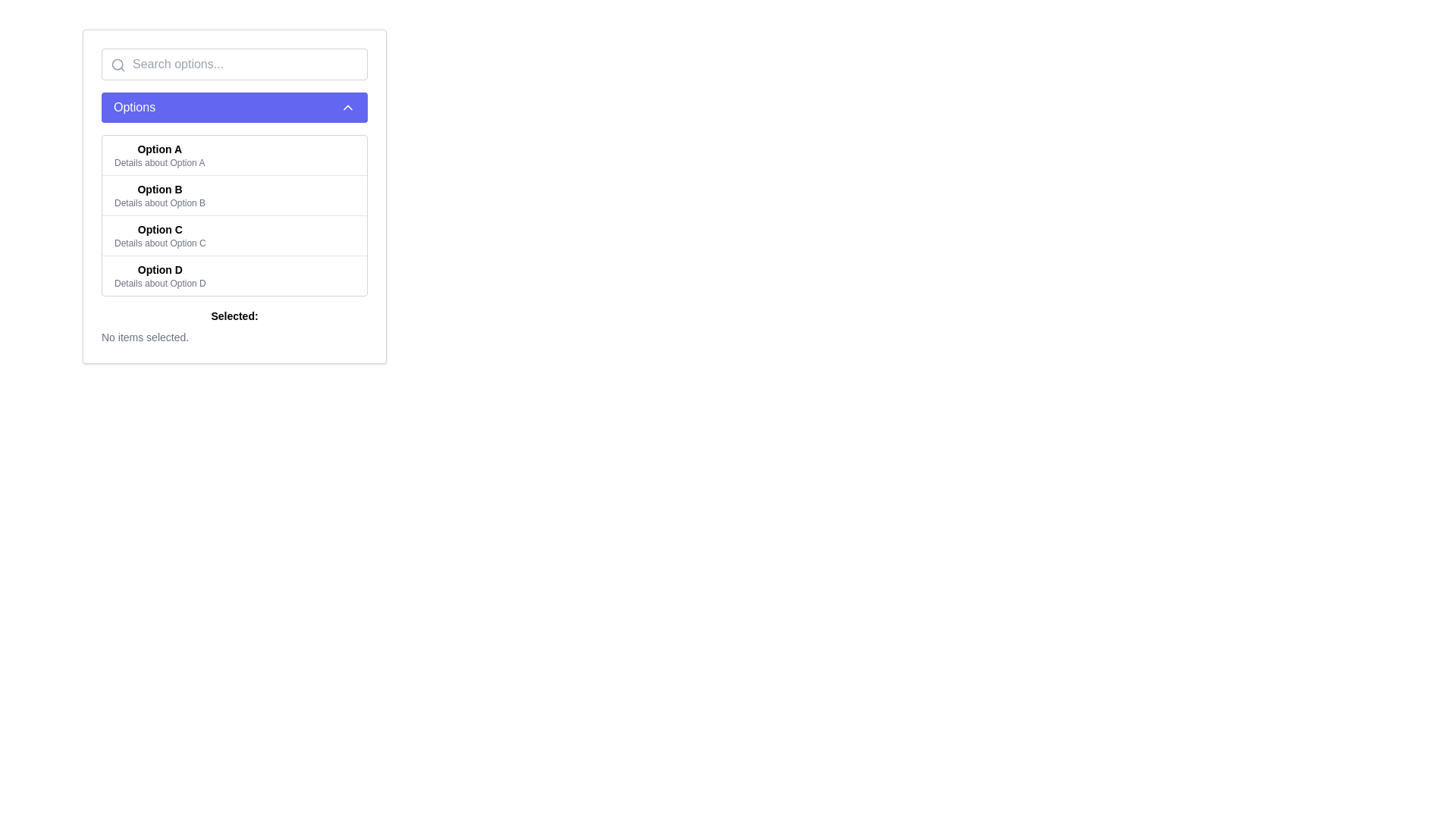 The height and width of the screenshot is (819, 1456). I want to click on an option in the list of selectable options, which is positioned below the 'Options' button and above the 'Selected:' section, so click(234, 215).